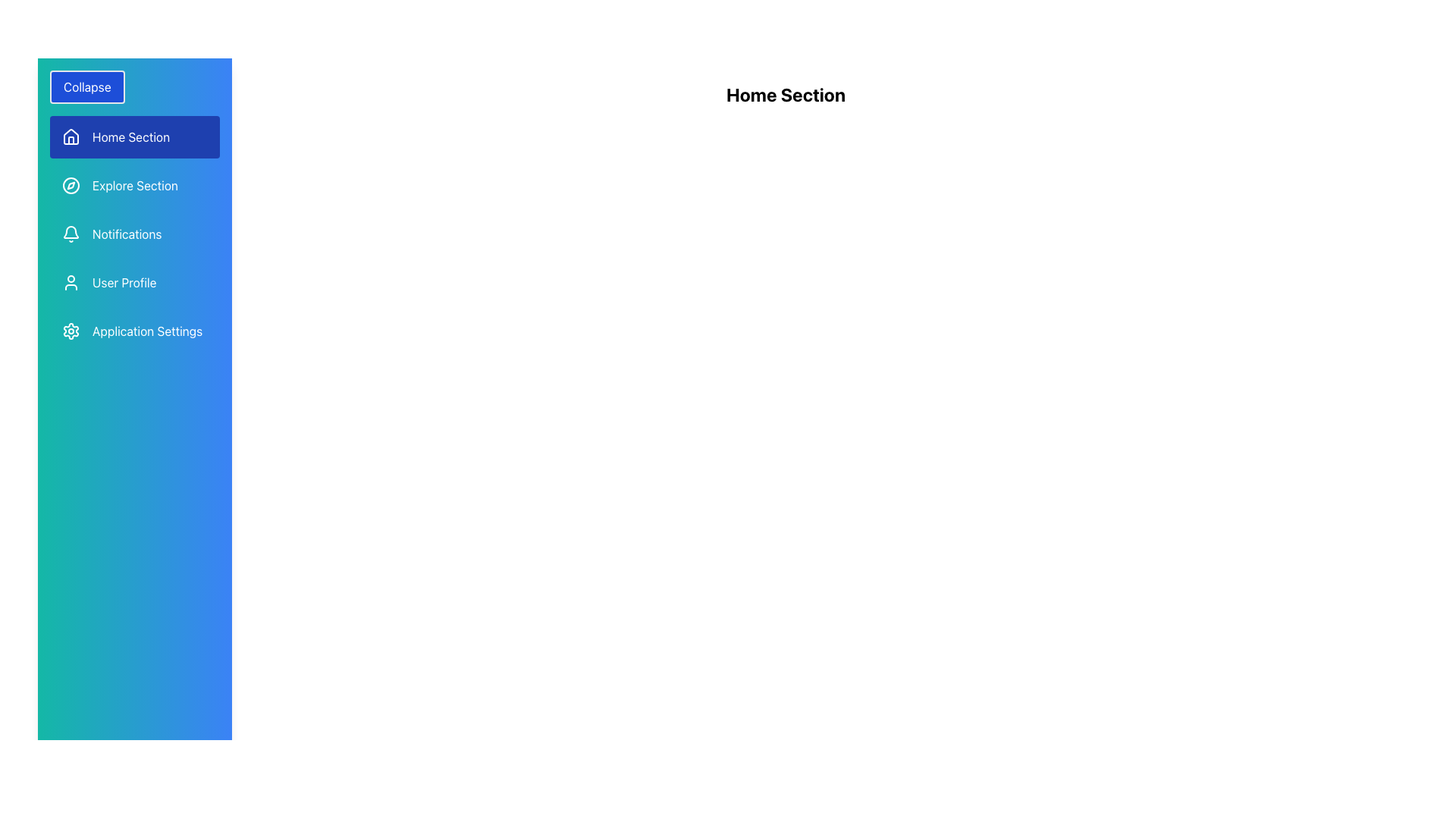 The width and height of the screenshot is (1456, 819). What do you see at coordinates (71, 232) in the screenshot?
I see `the bottom part of the Notifications bell icon in the vertical navigation bar, which is styled with a blue gradient` at bounding box center [71, 232].